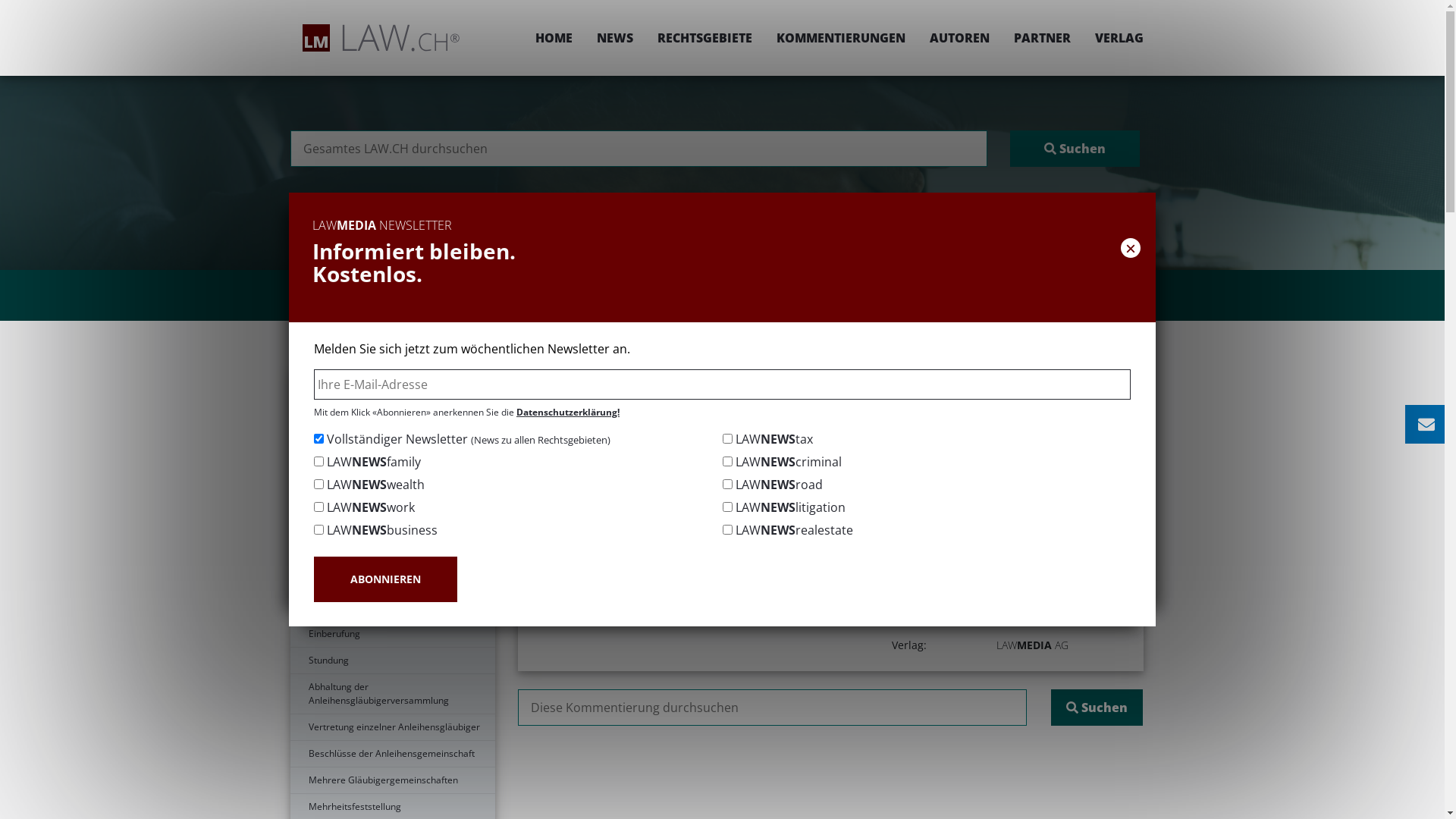 This screenshot has width=1456, height=819. Describe the element at coordinates (703, 37) in the screenshot. I see `'RECHTSGEBIETE'` at that location.